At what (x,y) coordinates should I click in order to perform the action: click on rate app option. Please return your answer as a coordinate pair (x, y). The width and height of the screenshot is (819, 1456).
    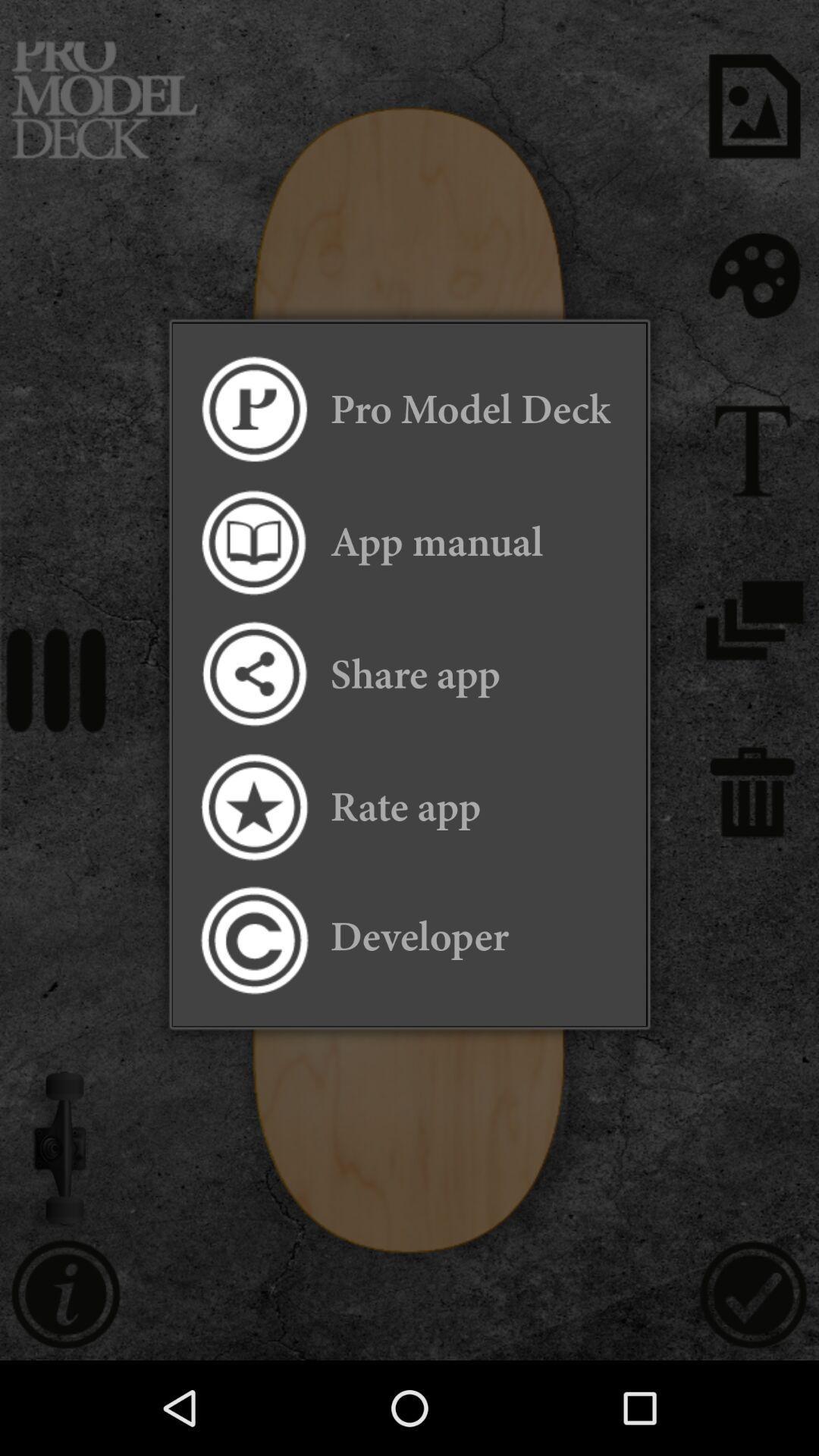
    Looking at the image, I should click on (253, 806).